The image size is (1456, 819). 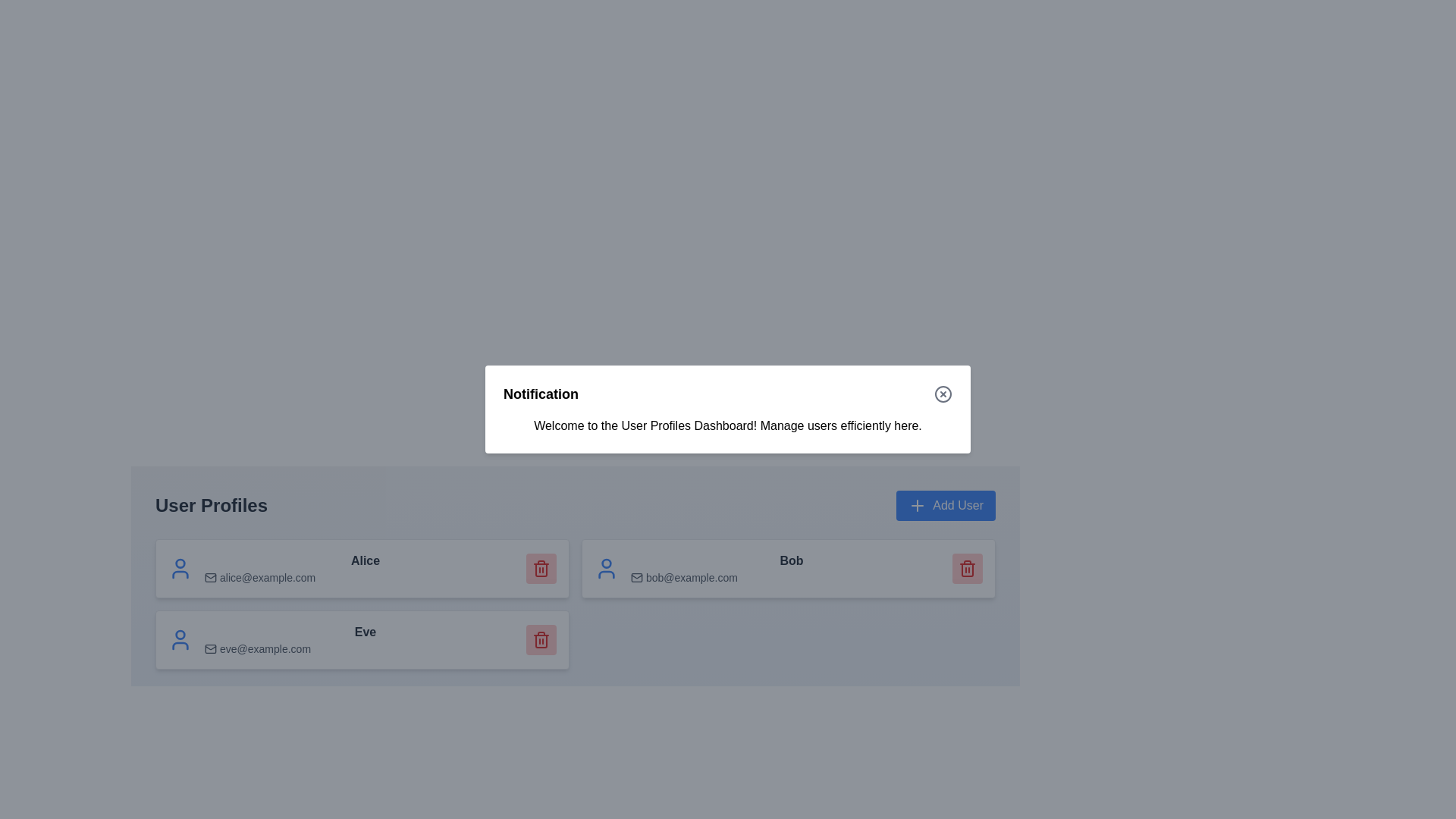 I want to click on the trash icon within the delete button on the right-hand side of the second row of user profile cards, so click(x=541, y=640).